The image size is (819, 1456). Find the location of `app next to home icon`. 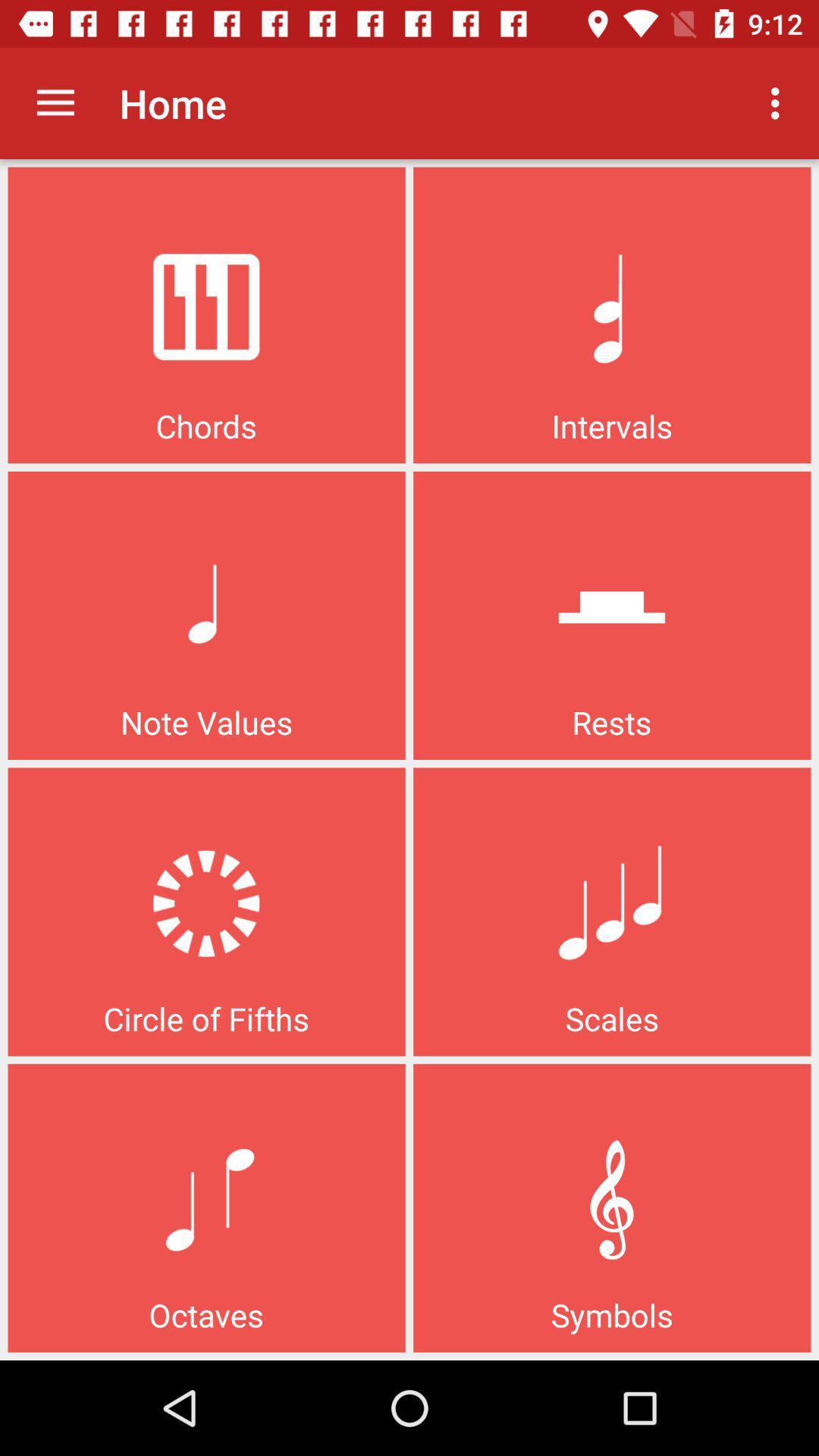

app next to home icon is located at coordinates (779, 102).